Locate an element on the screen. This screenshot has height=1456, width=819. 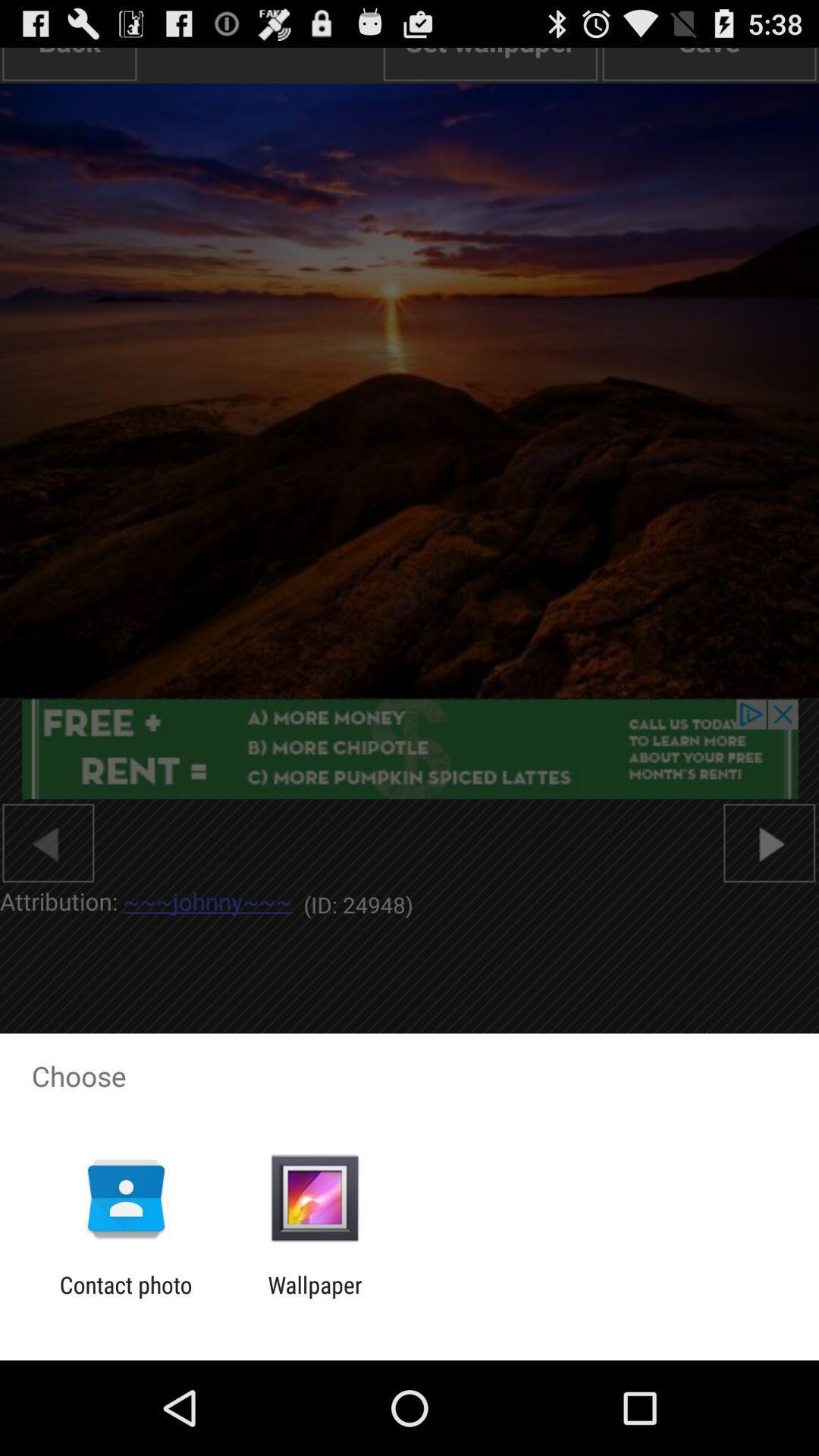
the wallpaper app is located at coordinates (314, 1298).